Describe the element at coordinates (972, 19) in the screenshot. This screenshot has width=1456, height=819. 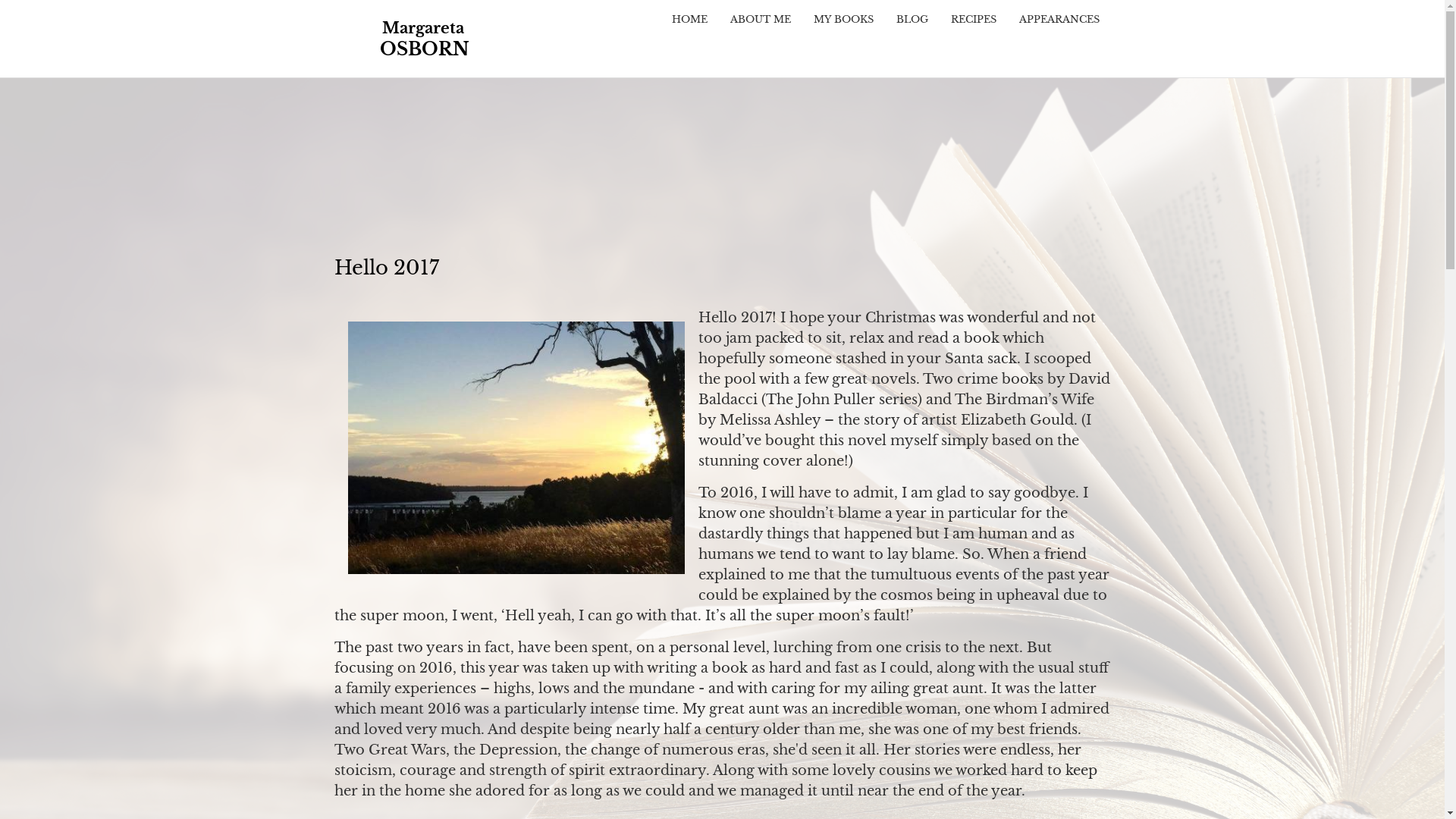
I see `'RECIPES'` at that location.